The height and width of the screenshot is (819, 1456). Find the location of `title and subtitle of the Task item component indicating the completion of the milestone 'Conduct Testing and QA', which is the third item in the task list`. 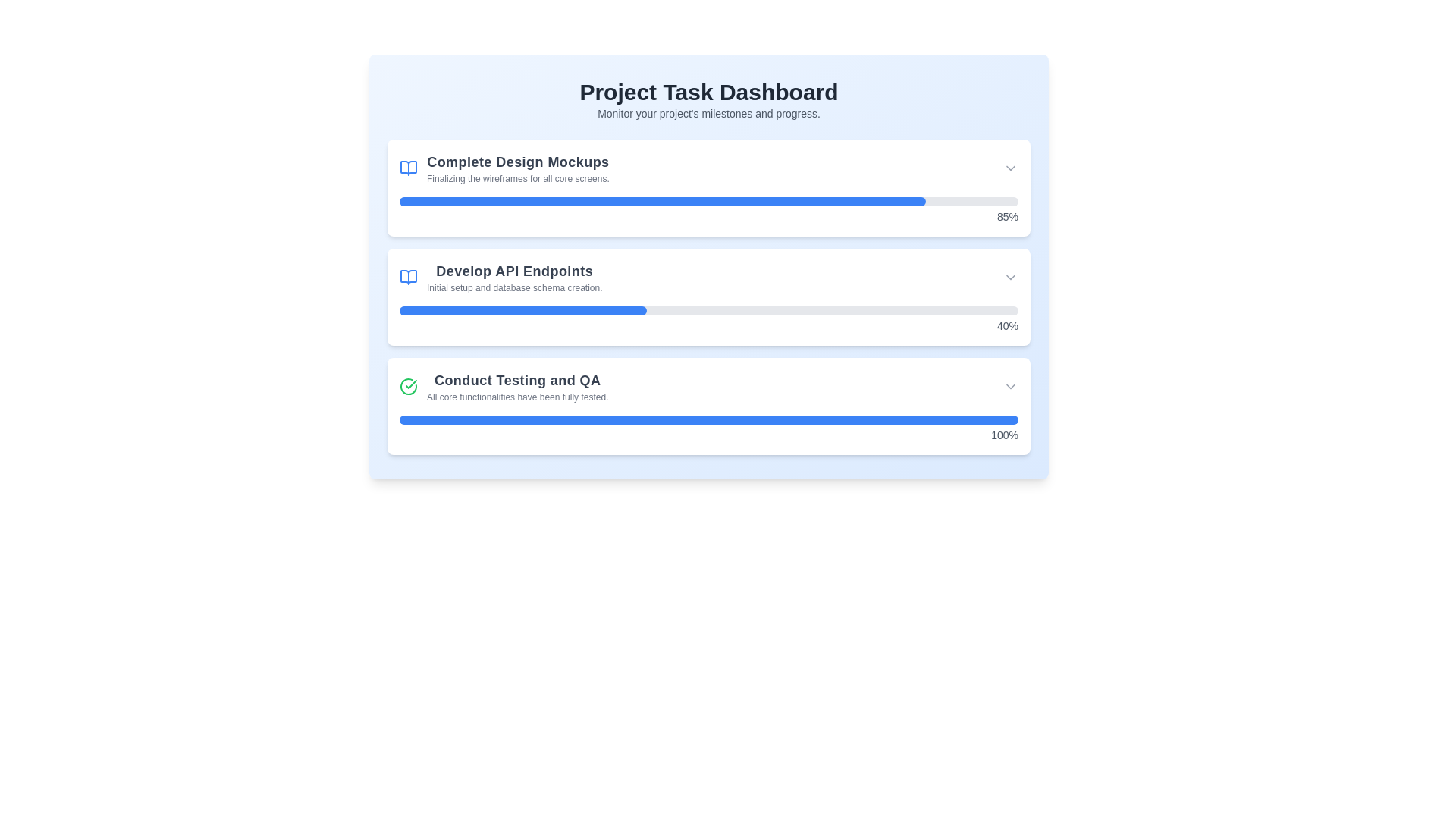

title and subtitle of the Task item component indicating the completion of the milestone 'Conduct Testing and QA', which is the third item in the task list is located at coordinates (504, 385).